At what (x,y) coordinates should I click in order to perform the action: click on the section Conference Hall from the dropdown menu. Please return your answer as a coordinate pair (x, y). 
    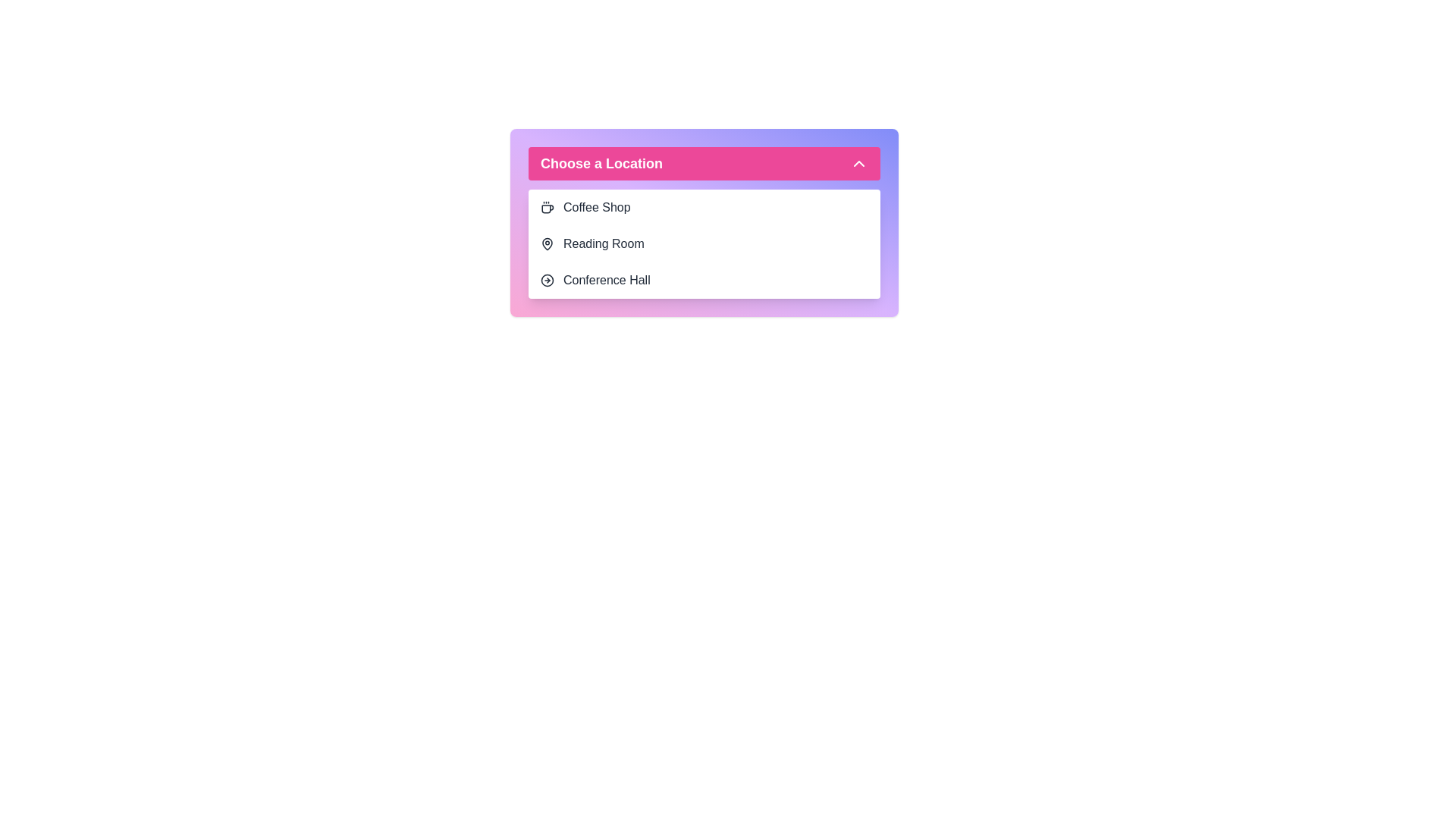
    Looking at the image, I should click on (704, 281).